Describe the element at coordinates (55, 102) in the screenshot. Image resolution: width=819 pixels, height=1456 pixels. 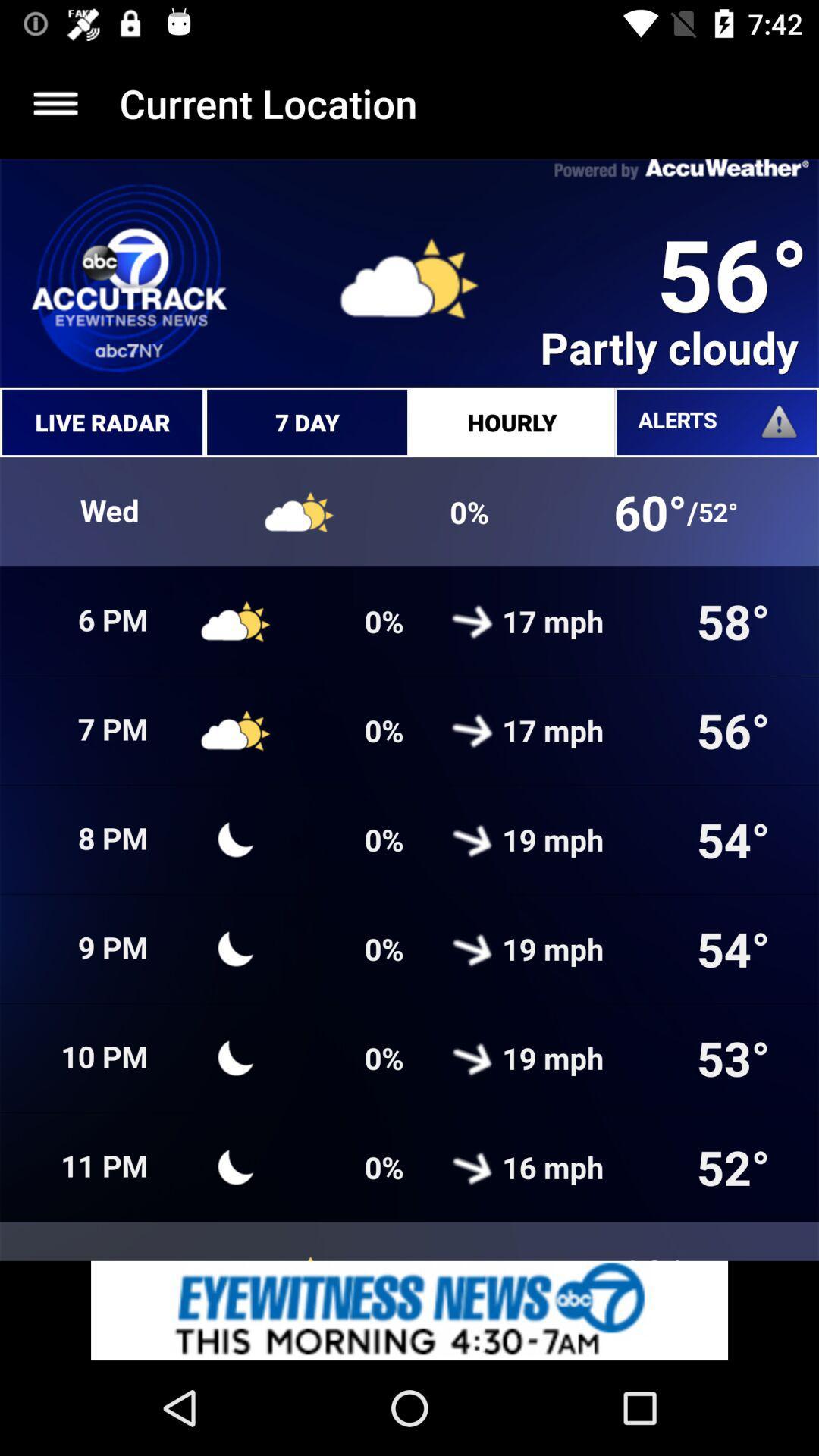
I see `the menu icon` at that location.